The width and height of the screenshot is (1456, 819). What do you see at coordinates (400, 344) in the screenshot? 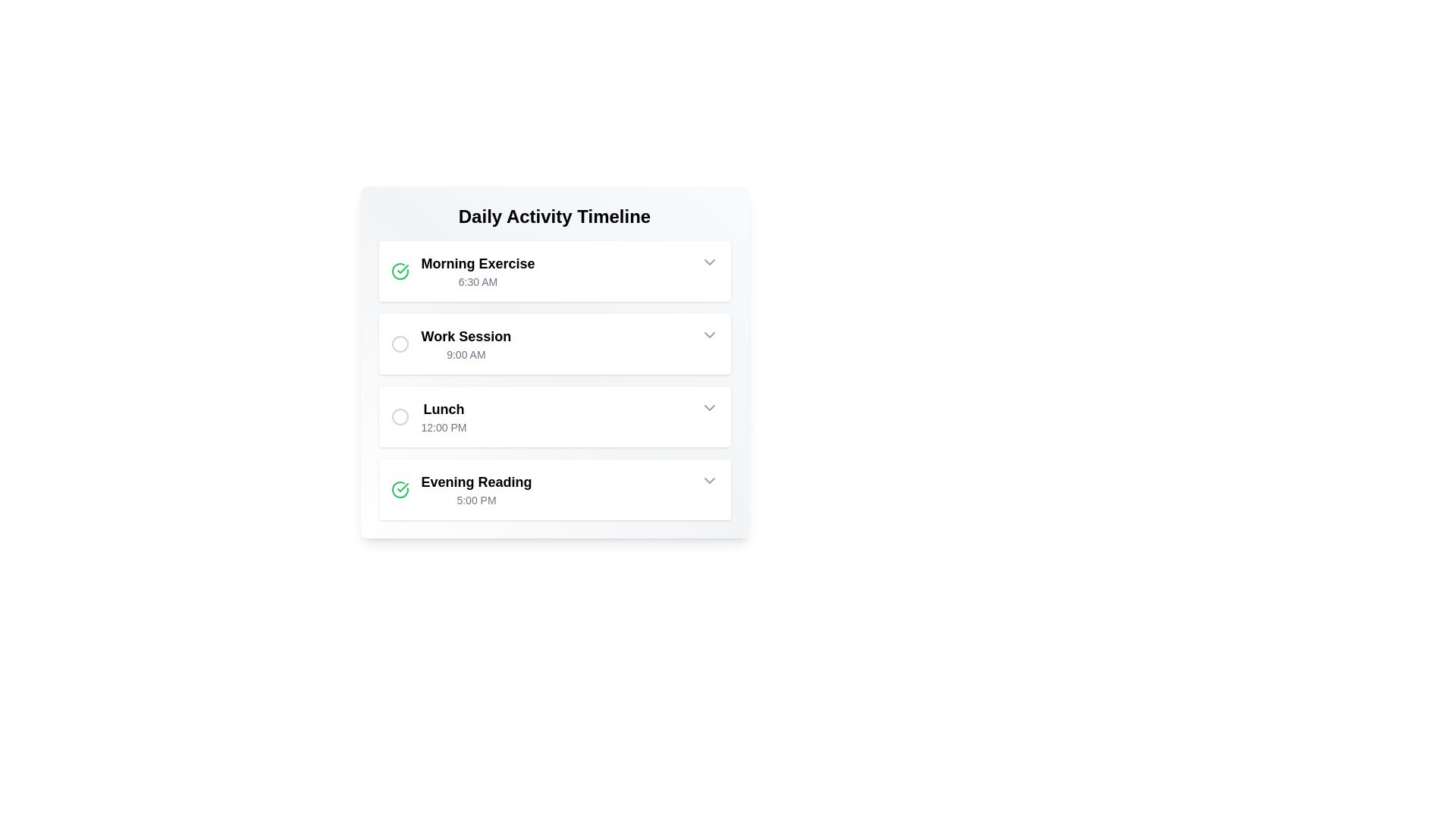
I see `the circular graphical icon that serves as a status indicator for the 'Work Session' item at '9:00 AM' in the activity list` at bounding box center [400, 344].